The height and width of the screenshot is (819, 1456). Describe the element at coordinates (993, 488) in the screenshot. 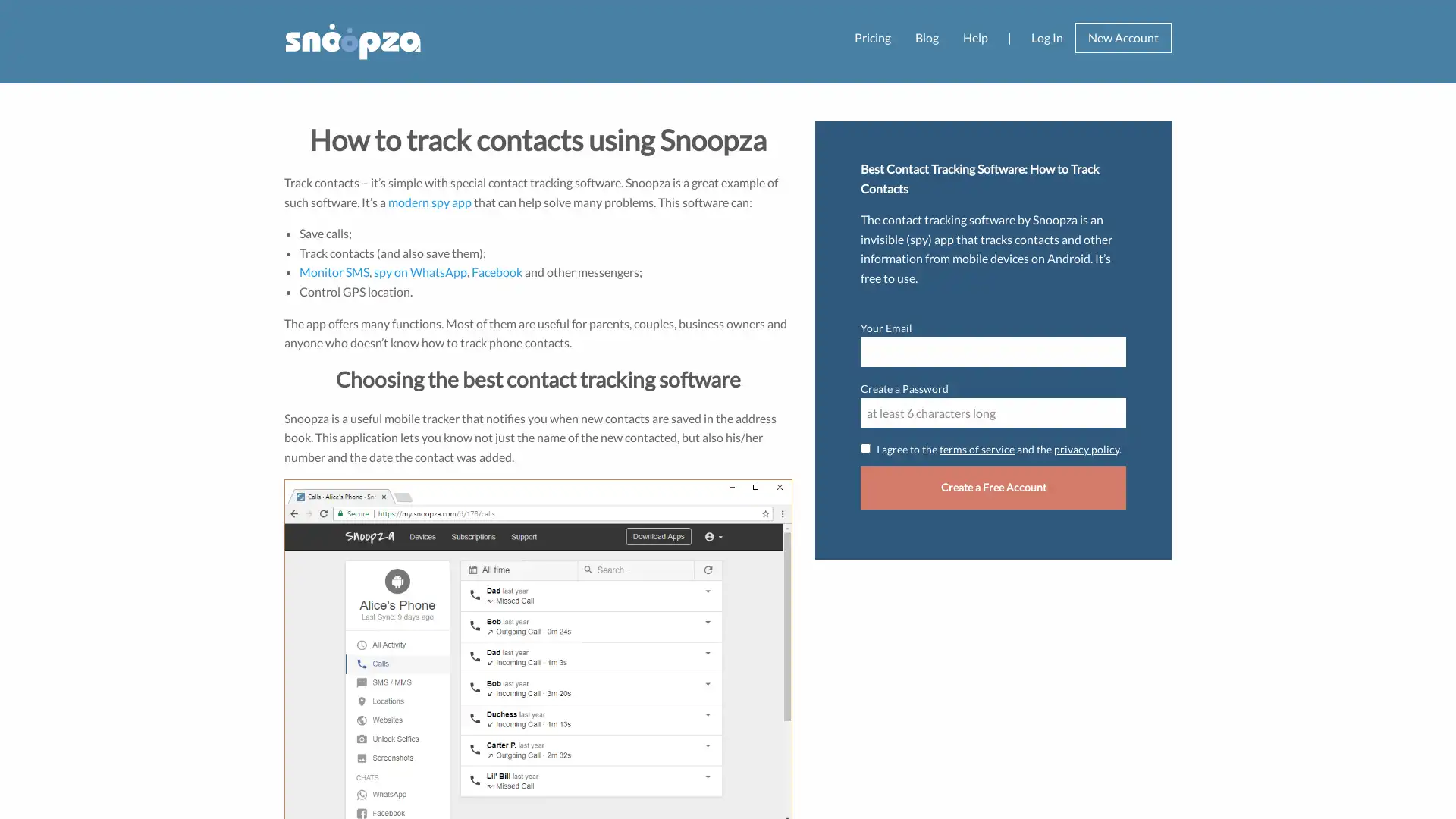

I see `Create a Free Account` at that location.